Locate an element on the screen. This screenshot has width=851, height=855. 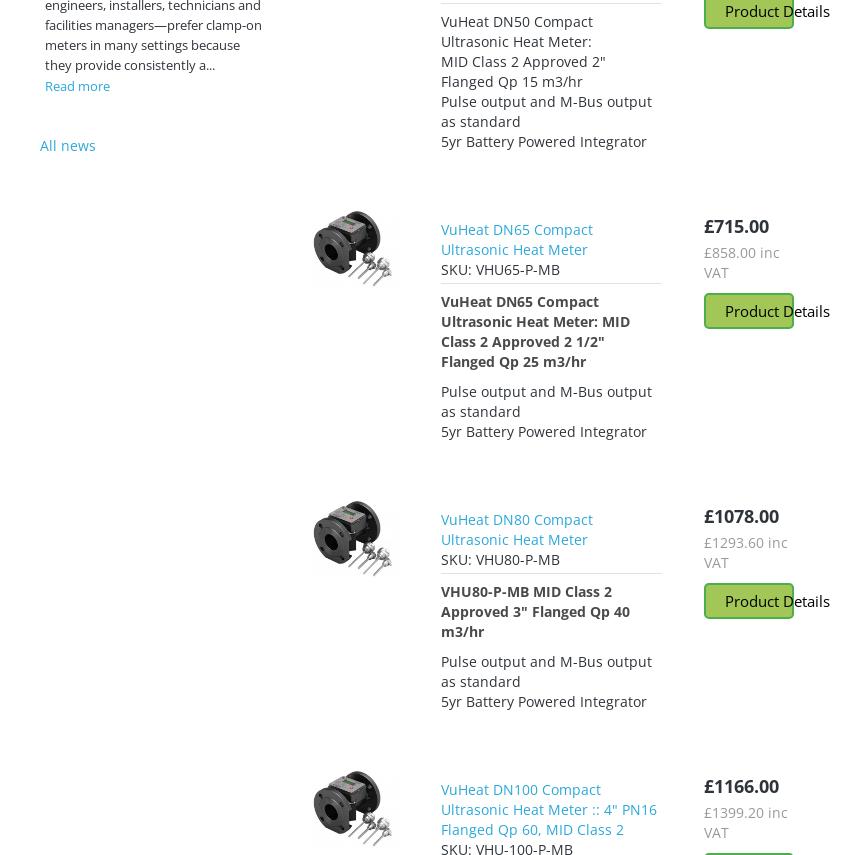
'£1078.00' is located at coordinates (741, 514).